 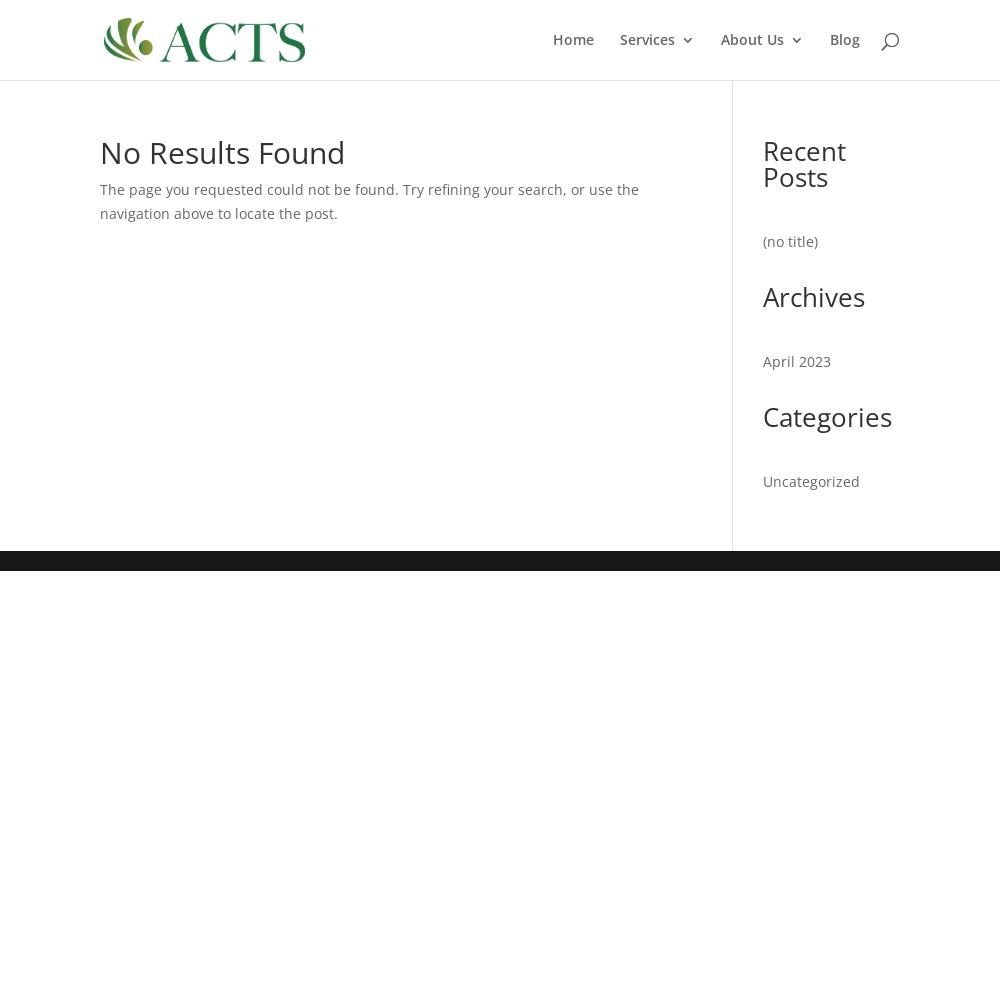 I want to click on 'Services', so click(x=619, y=39).